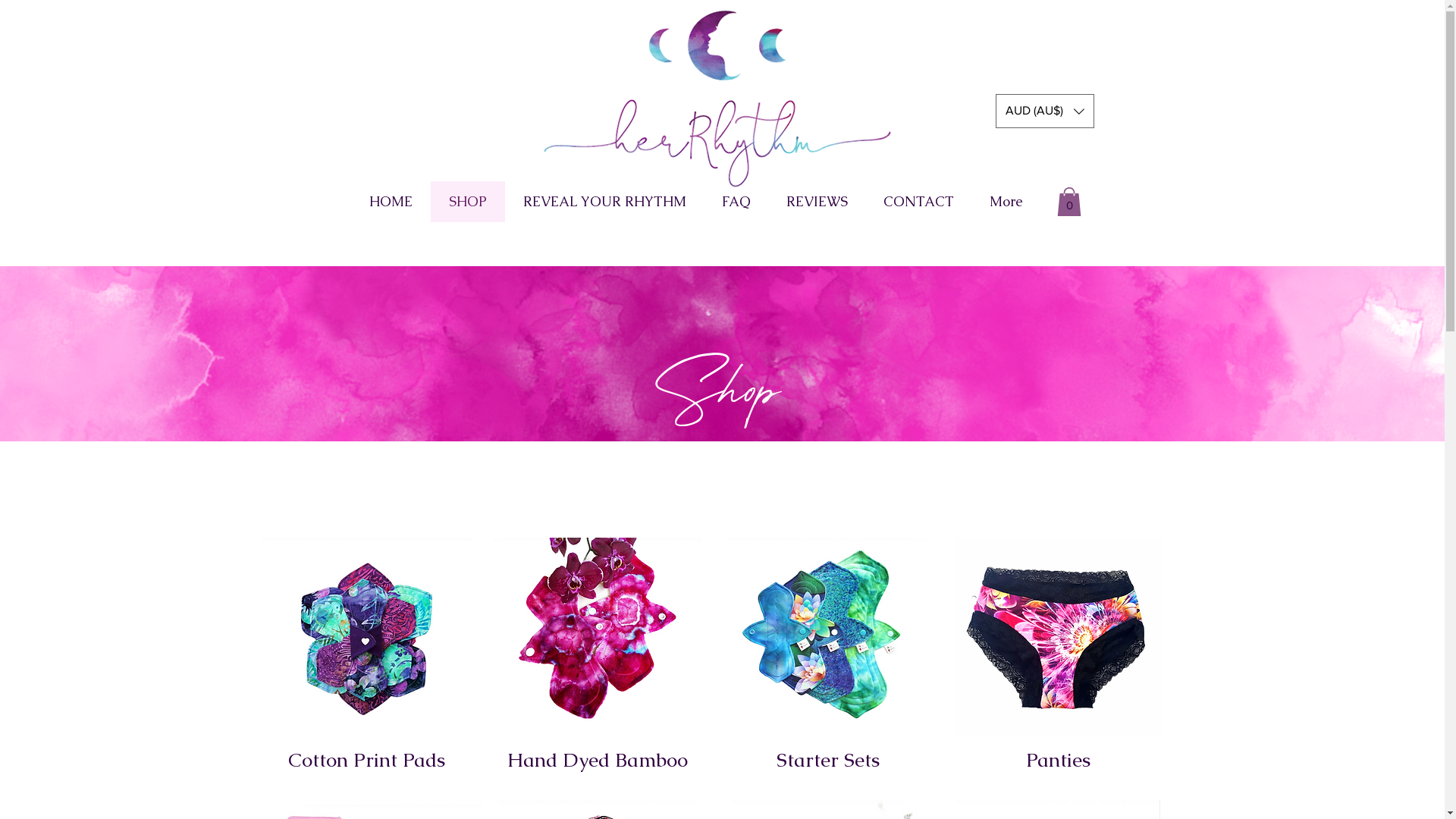  I want to click on 'HOME', so click(390, 201).